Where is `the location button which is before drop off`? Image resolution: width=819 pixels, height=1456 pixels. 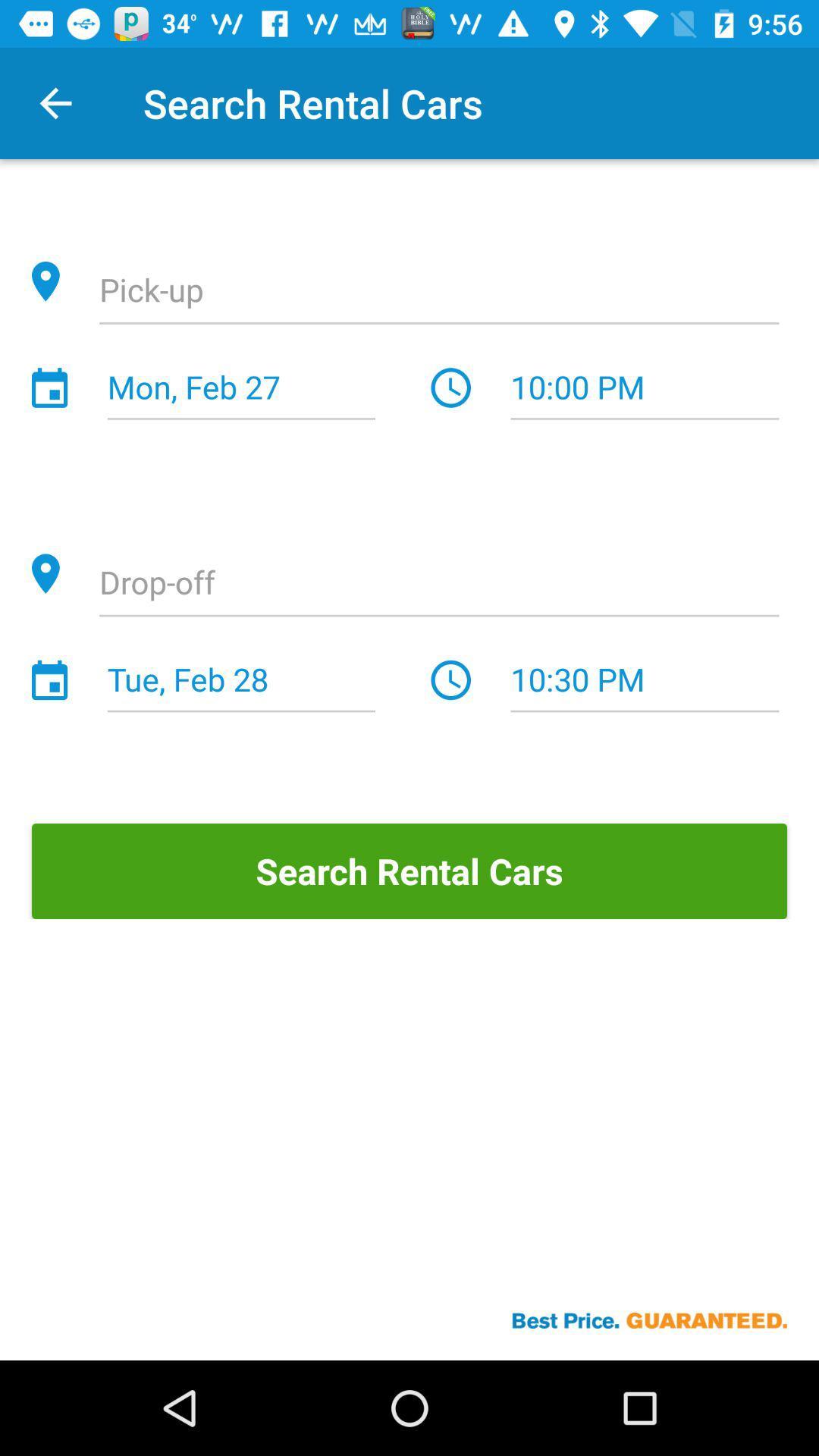 the location button which is before drop off is located at coordinates (45, 573).